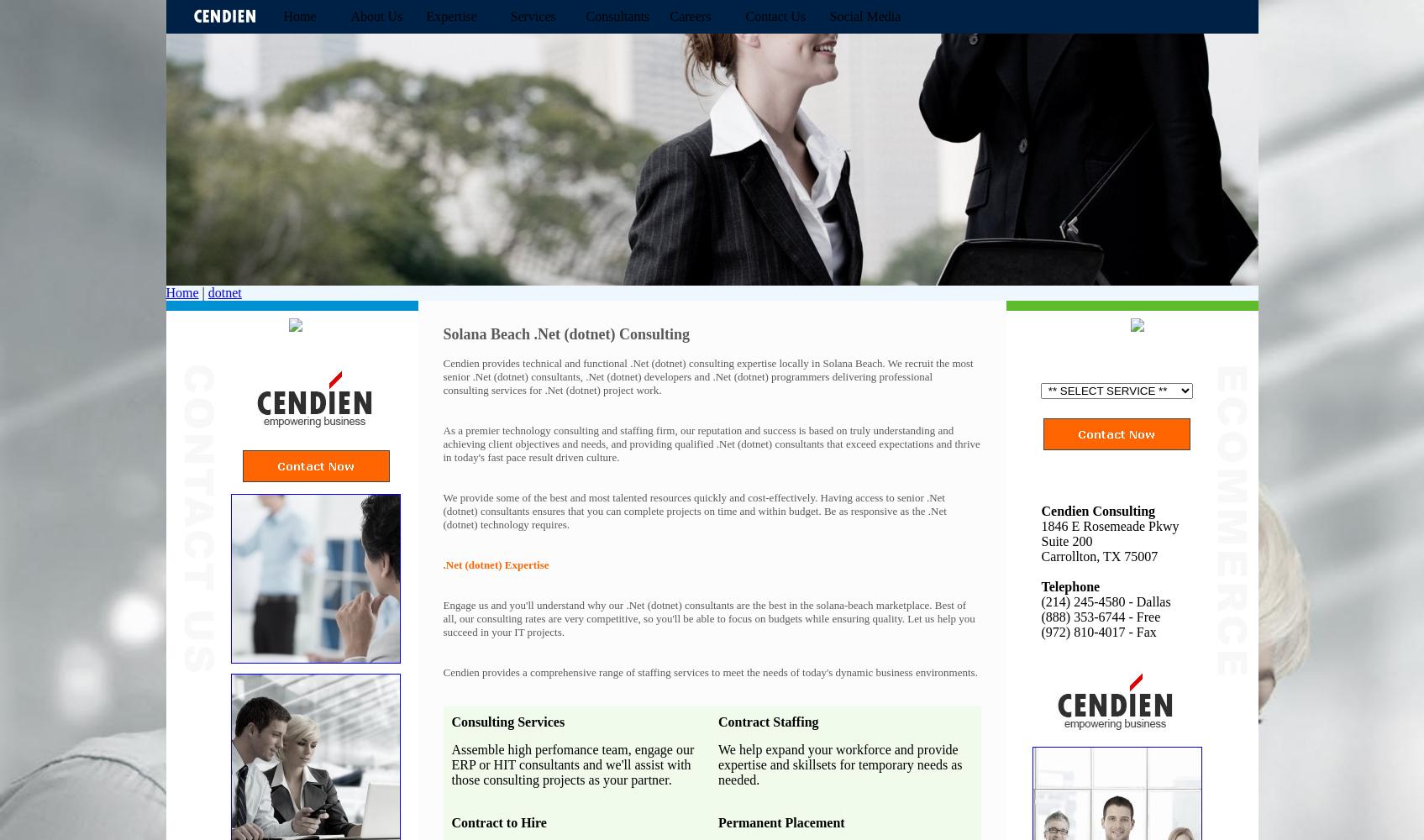 The height and width of the screenshot is (840, 1424). I want to click on 'Suite 200', so click(1065, 541).